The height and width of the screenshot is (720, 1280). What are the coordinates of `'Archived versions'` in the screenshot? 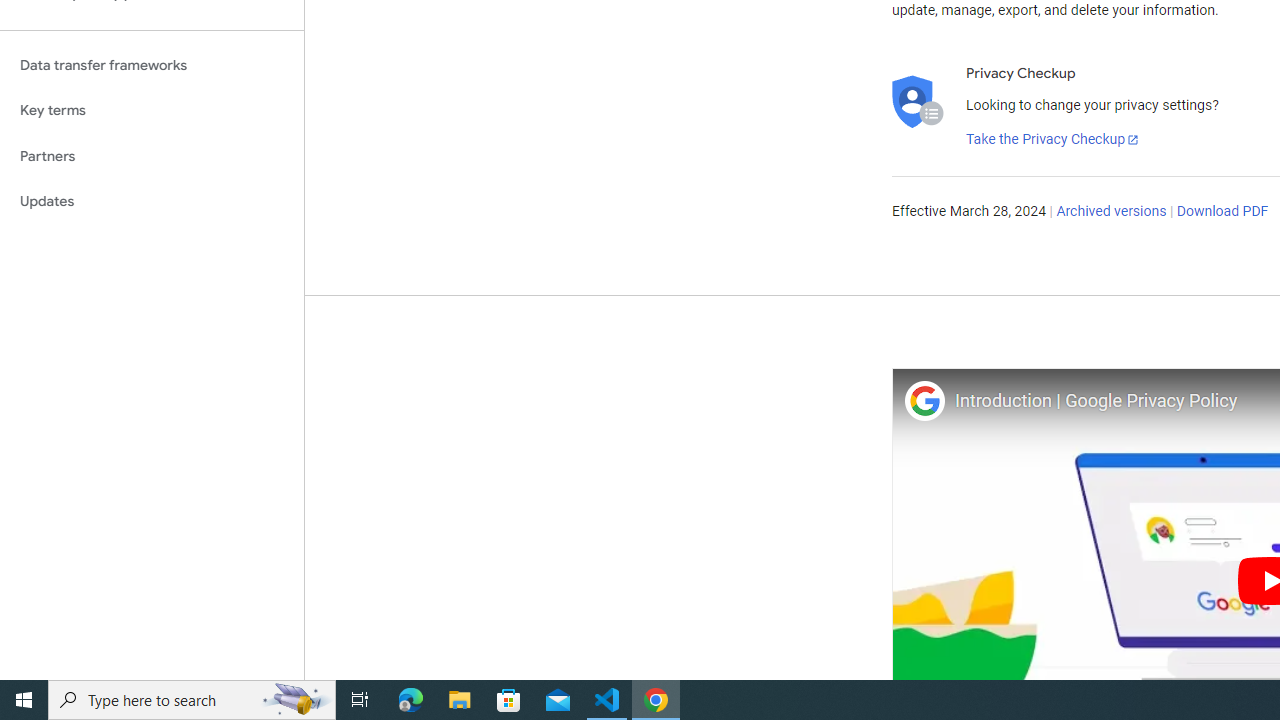 It's located at (1110, 212).